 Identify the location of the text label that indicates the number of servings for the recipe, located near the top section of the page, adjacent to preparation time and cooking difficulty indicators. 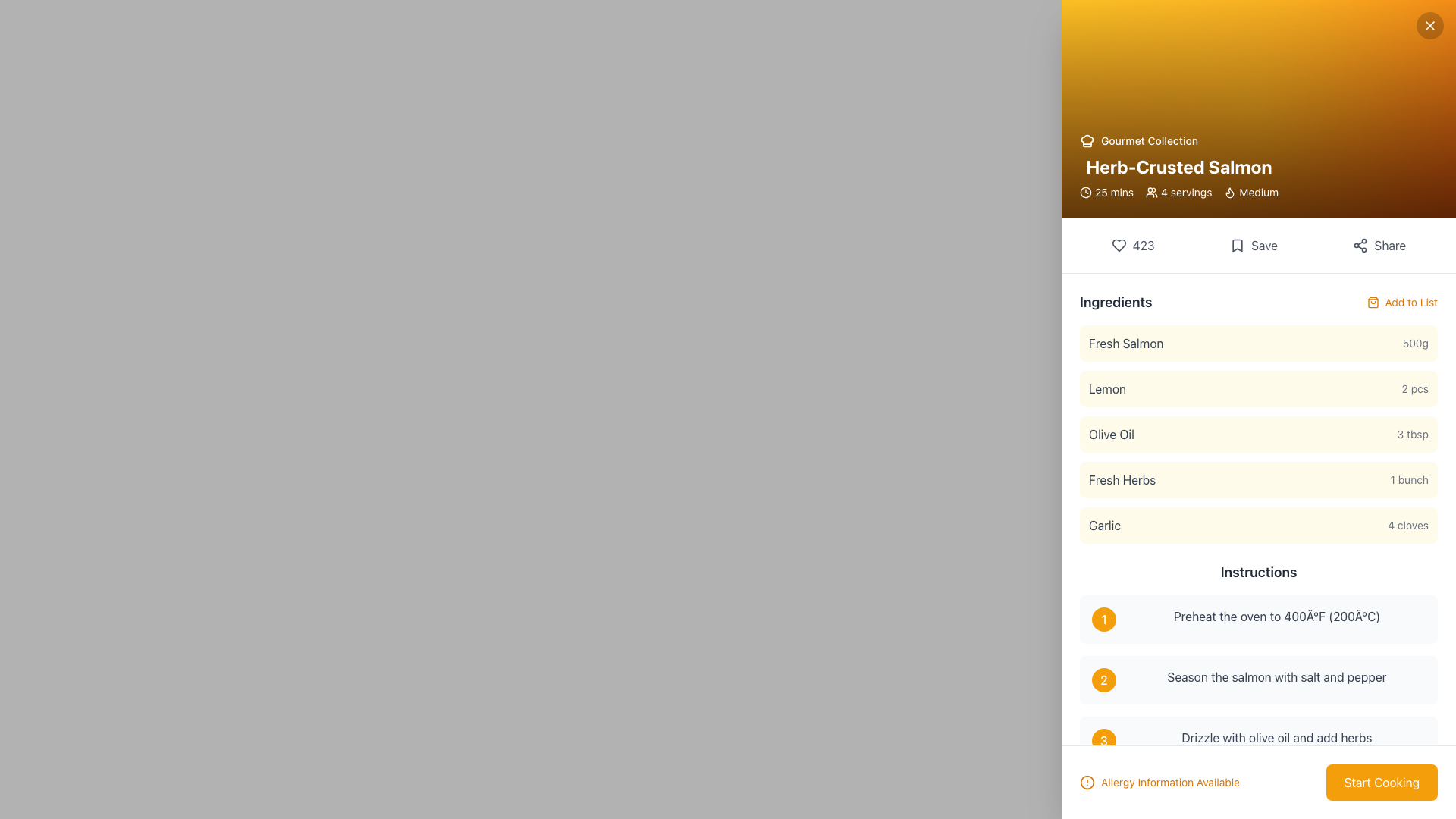
(1185, 192).